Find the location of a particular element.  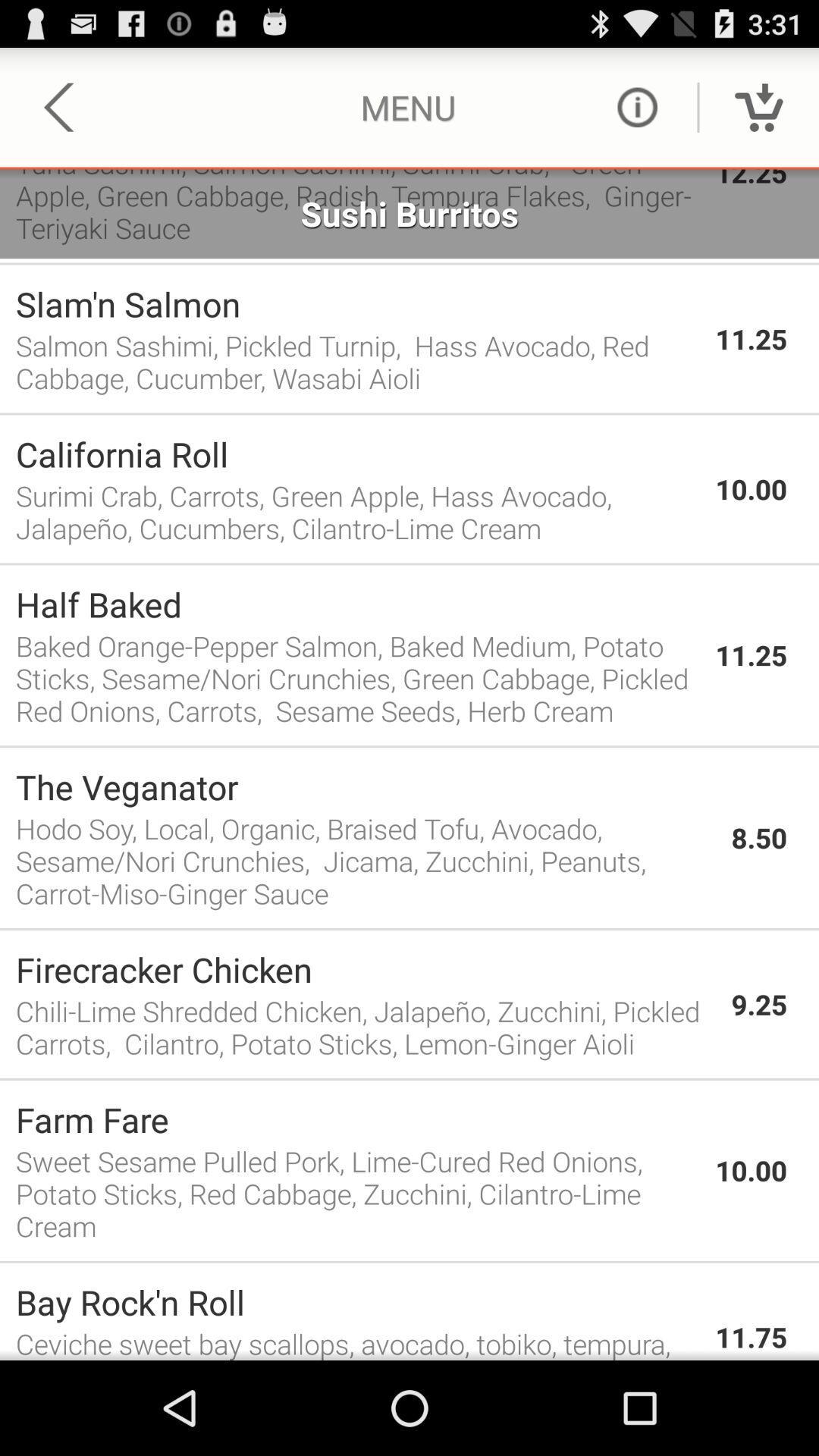

the item to the left of 11.75 icon is located at coordinates (357, 1301).